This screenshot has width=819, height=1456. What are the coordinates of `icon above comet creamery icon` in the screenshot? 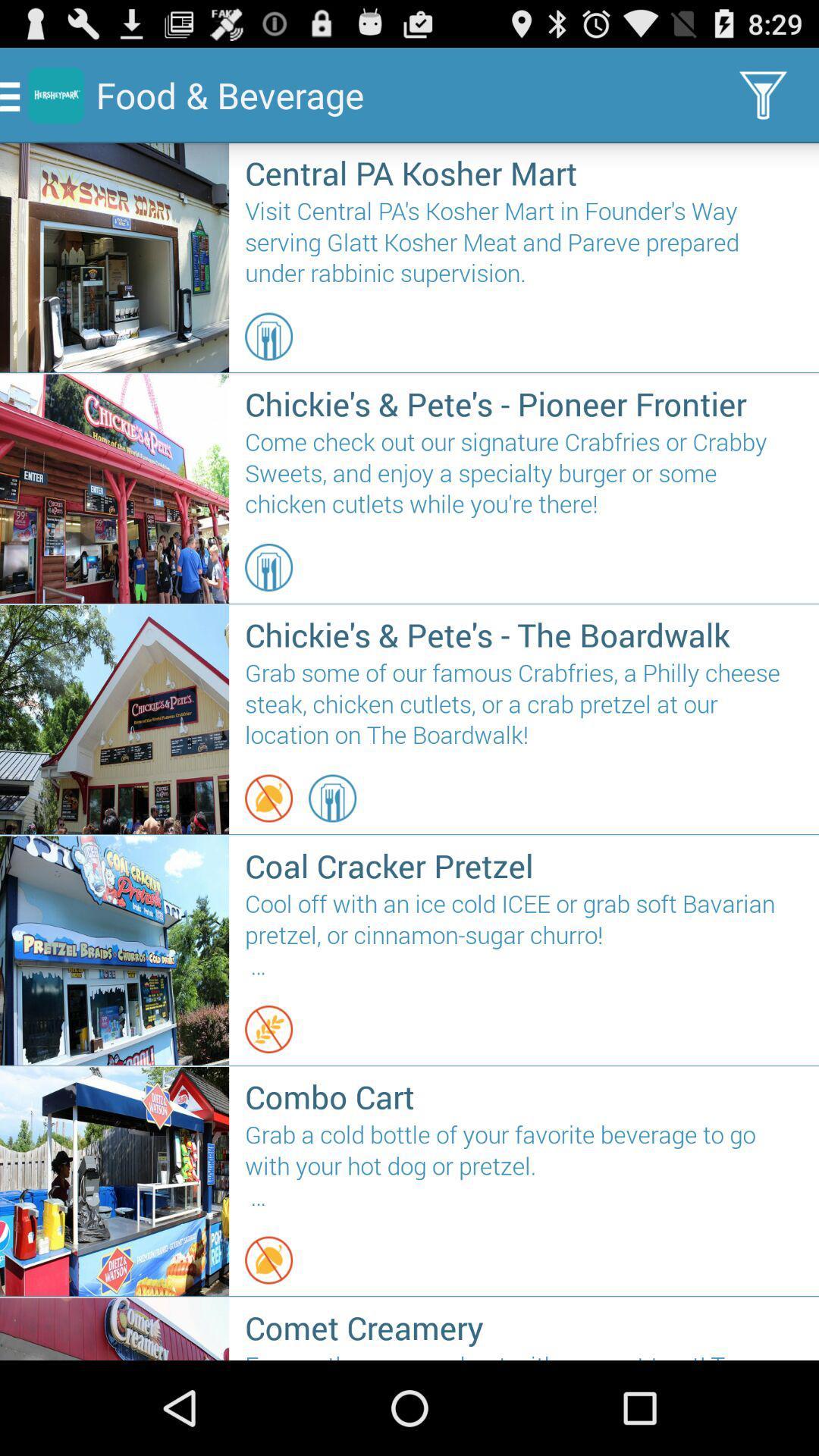 It's located at (268, 1260).